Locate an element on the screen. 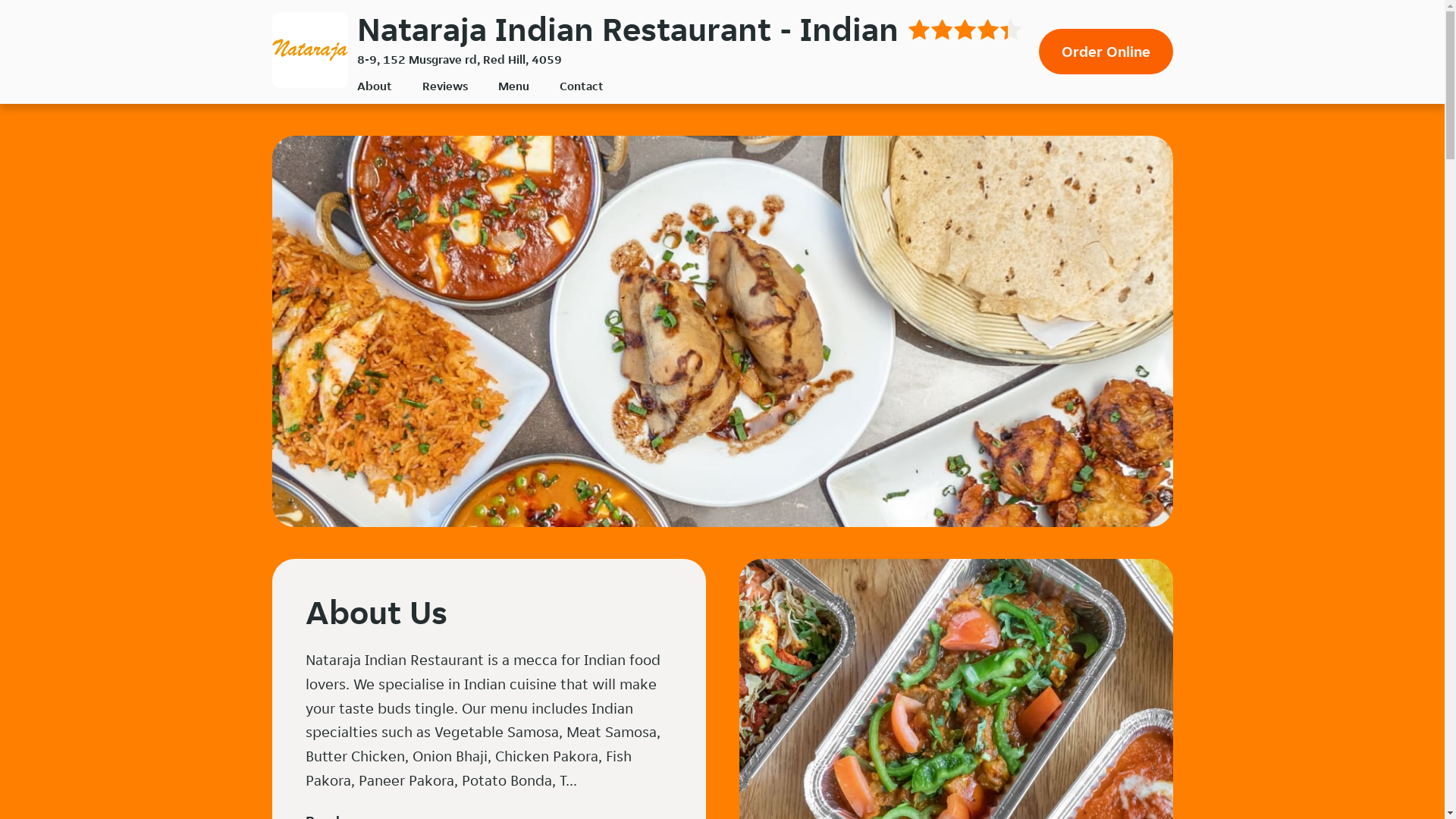 This screenshot has height=819, width=1456. 'About' is located at coordinates (374, 86).